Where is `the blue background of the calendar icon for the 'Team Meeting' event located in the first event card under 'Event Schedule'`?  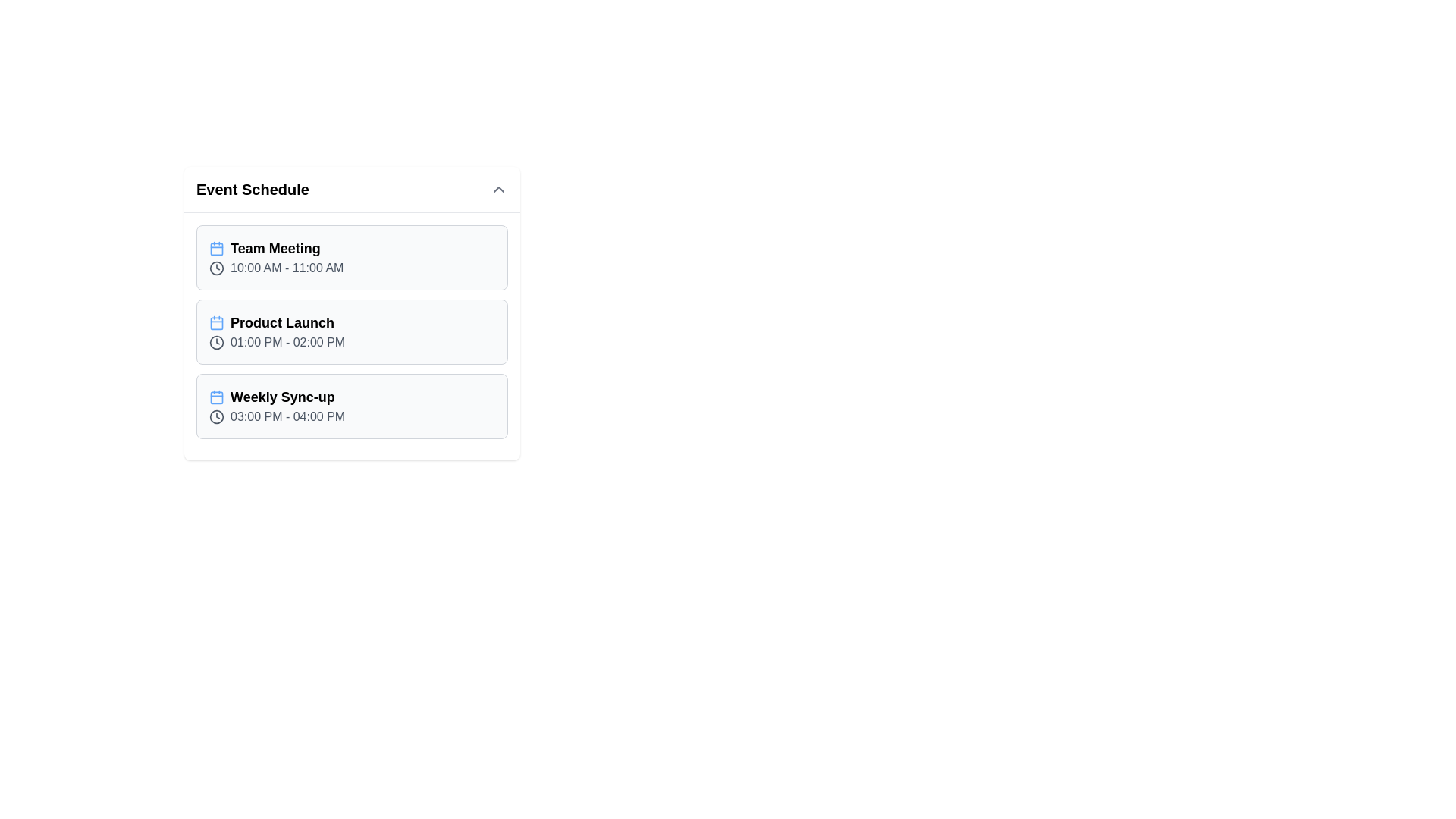
the blue background of the calendar icon for the 'Team Meeting' event located in the first event card under 'Event Schedule' is located at coordinates (216, 247).